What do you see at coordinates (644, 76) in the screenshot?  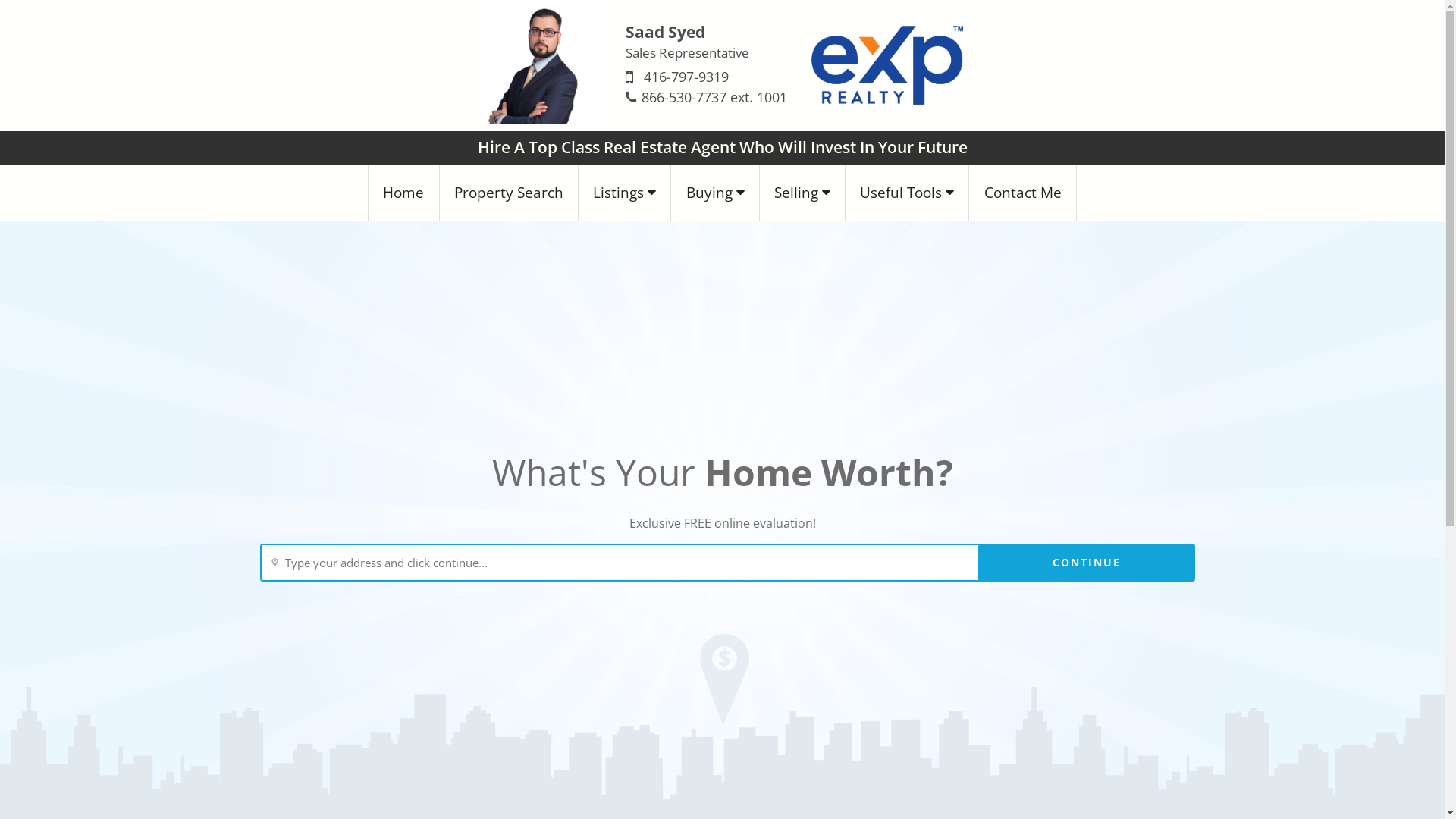 I see `'416-797-9319'` at bounding box center [644, 76].